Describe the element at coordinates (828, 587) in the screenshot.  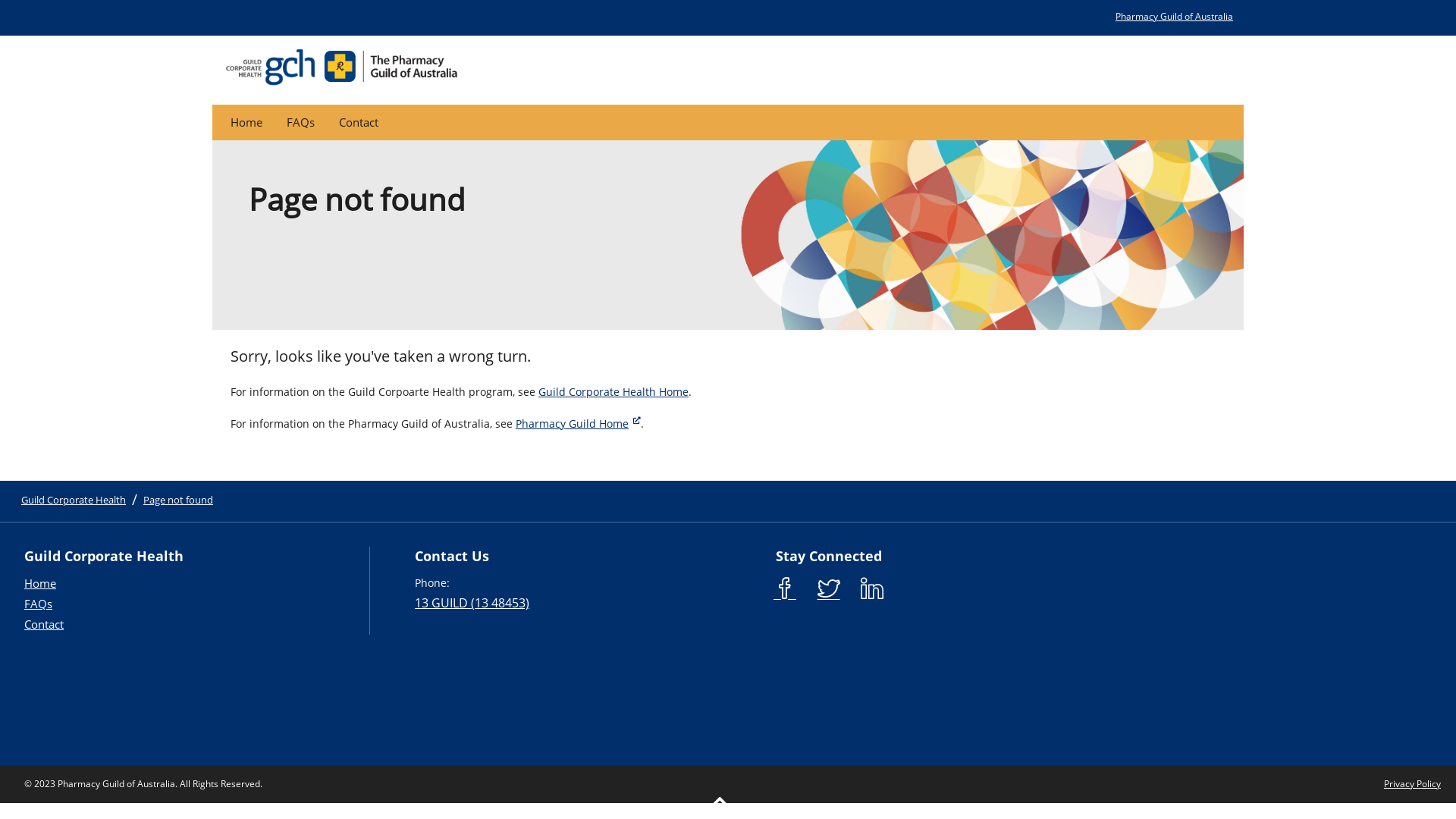
I see `'Pharmacy Guild Twitter'` at that location.